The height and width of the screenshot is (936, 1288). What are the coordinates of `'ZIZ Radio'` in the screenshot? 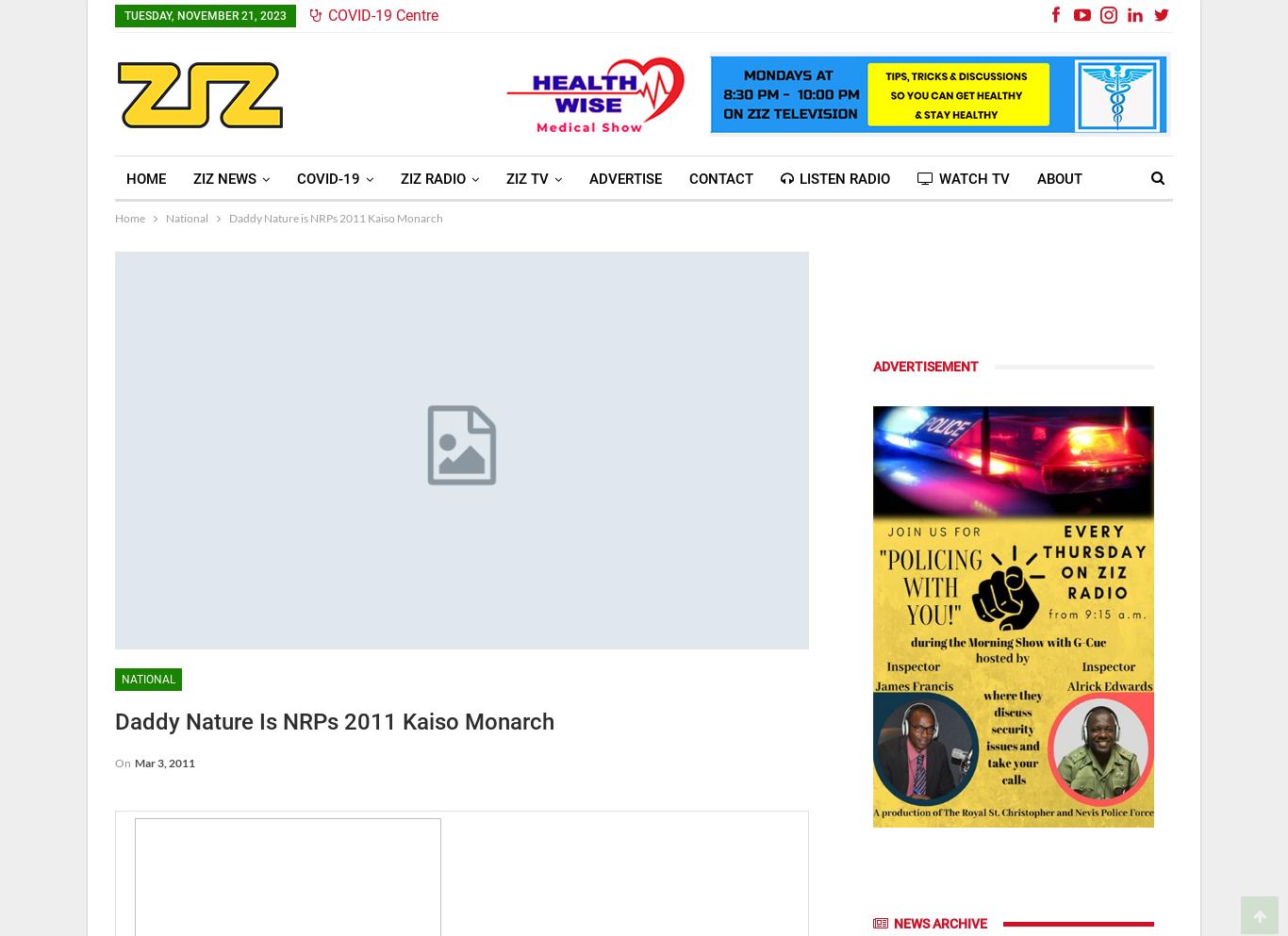 It's located at (433, 177).